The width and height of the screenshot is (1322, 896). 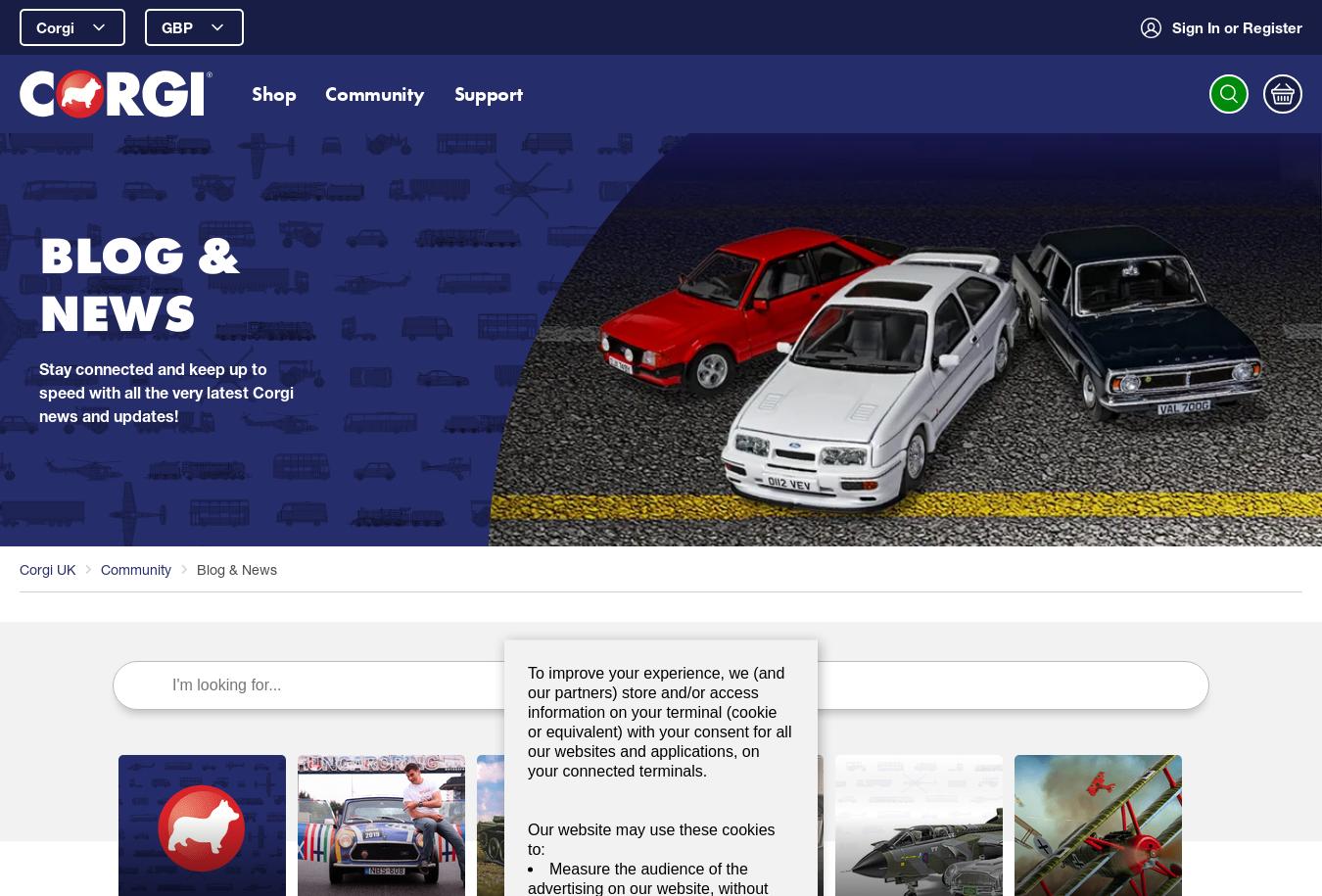 I want to click on 'Corgi UK', so click(x=46, y=567).